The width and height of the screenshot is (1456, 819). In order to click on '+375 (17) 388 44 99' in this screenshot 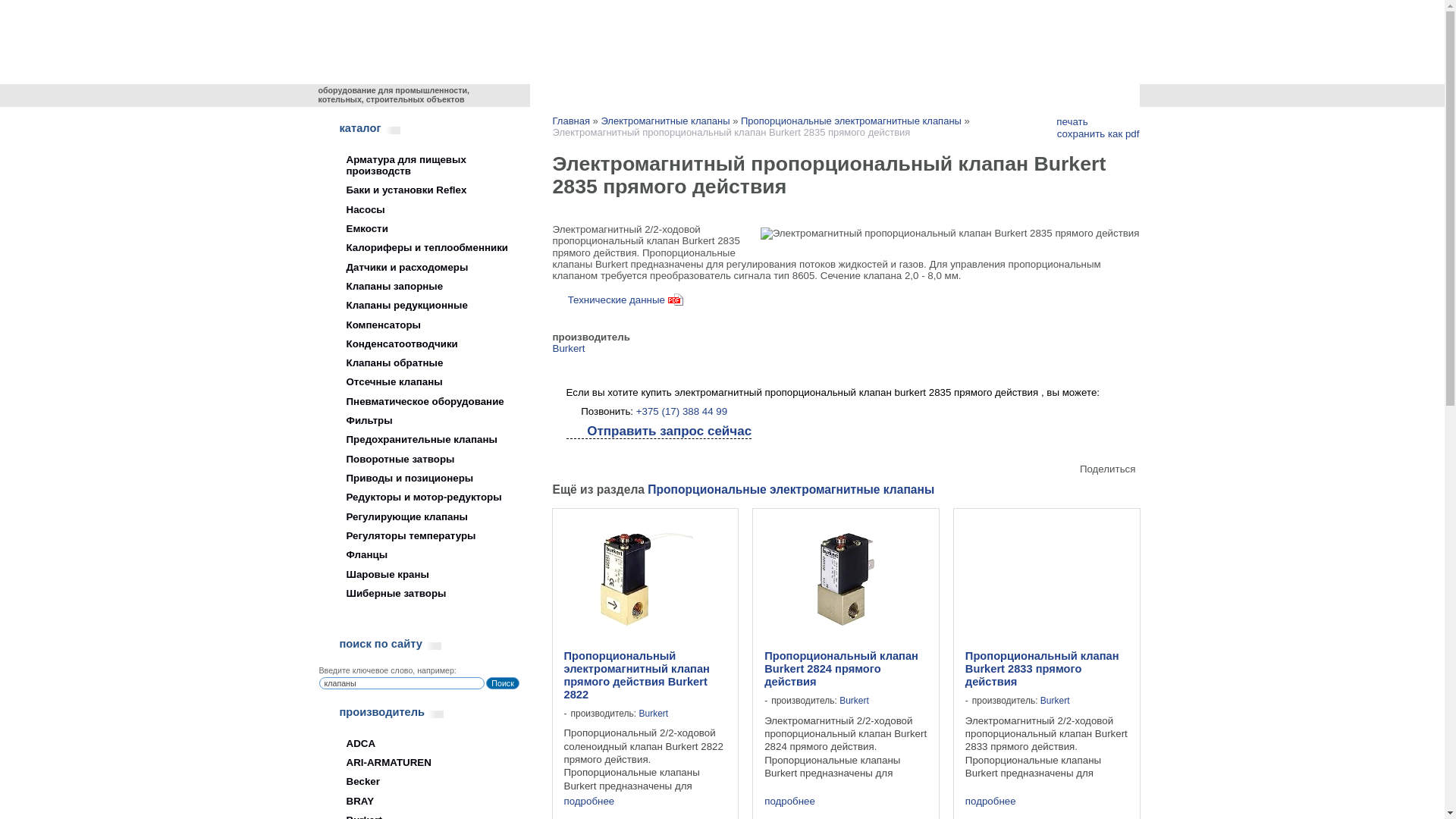, I will do `click(636, 411)`.